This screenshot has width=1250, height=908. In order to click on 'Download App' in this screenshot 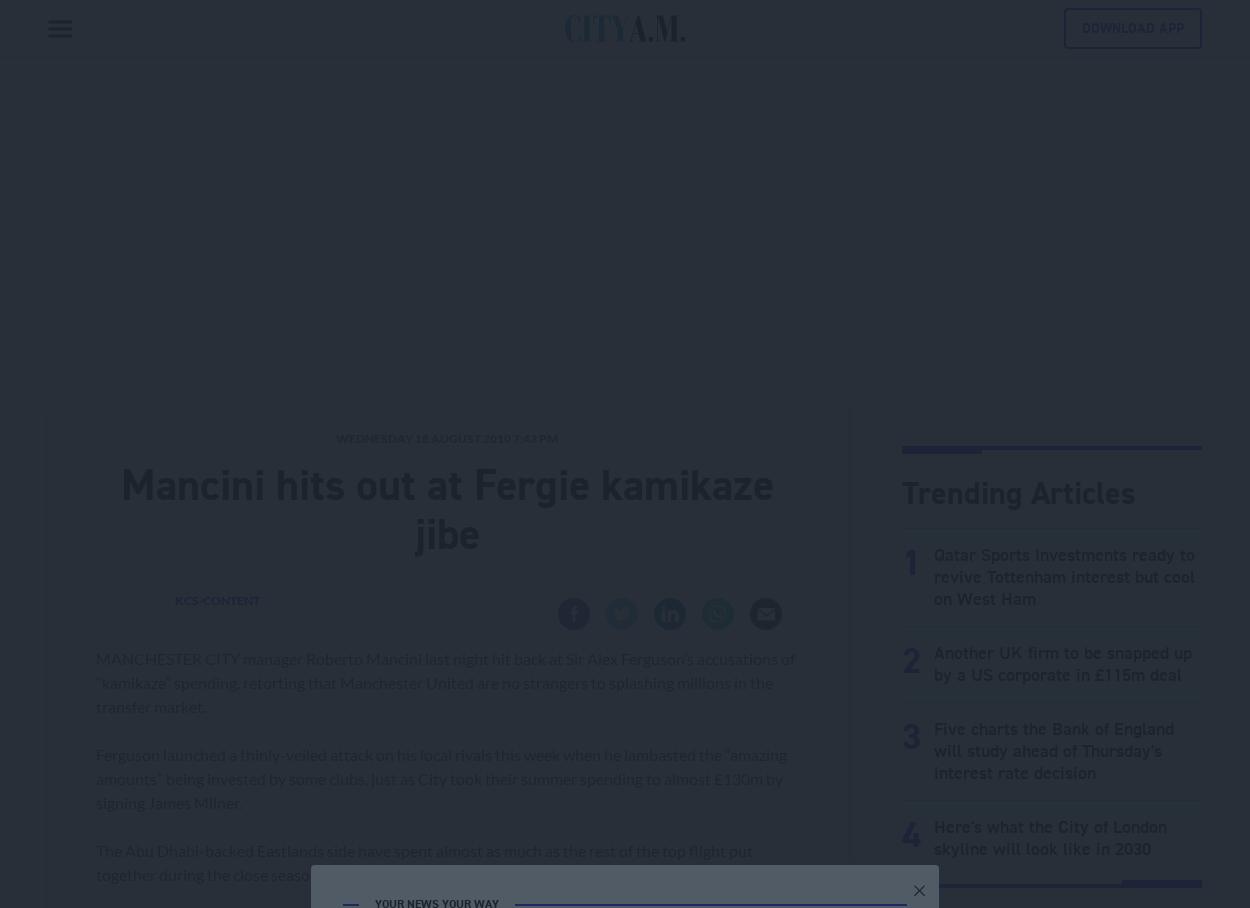, I will do `click(1133, 27)`.